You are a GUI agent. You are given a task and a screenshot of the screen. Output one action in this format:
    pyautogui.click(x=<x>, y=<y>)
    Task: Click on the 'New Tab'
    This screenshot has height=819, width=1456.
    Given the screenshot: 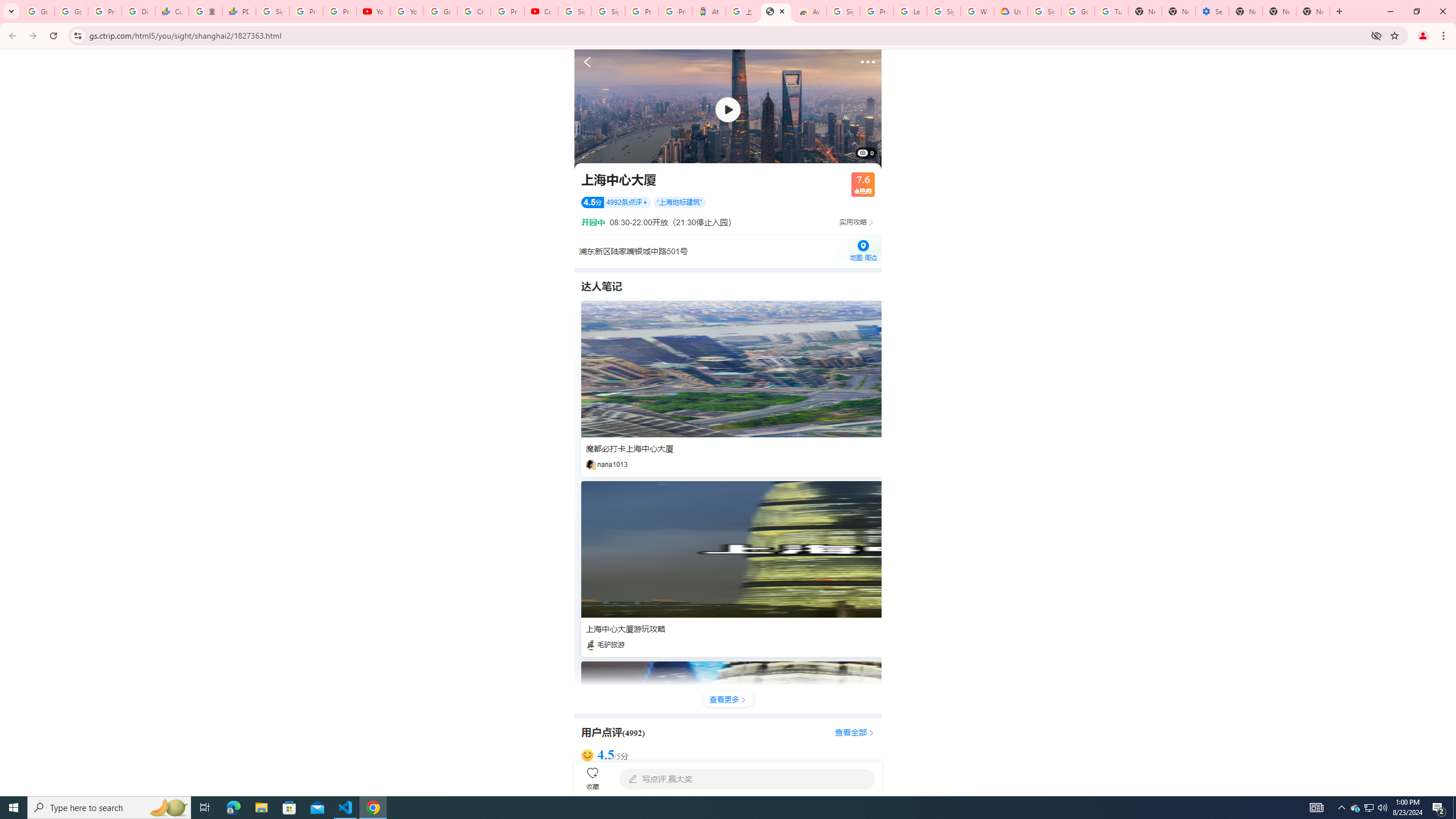 What is the action you would take?
    pyautogui.click(x=1246, y=11)
    